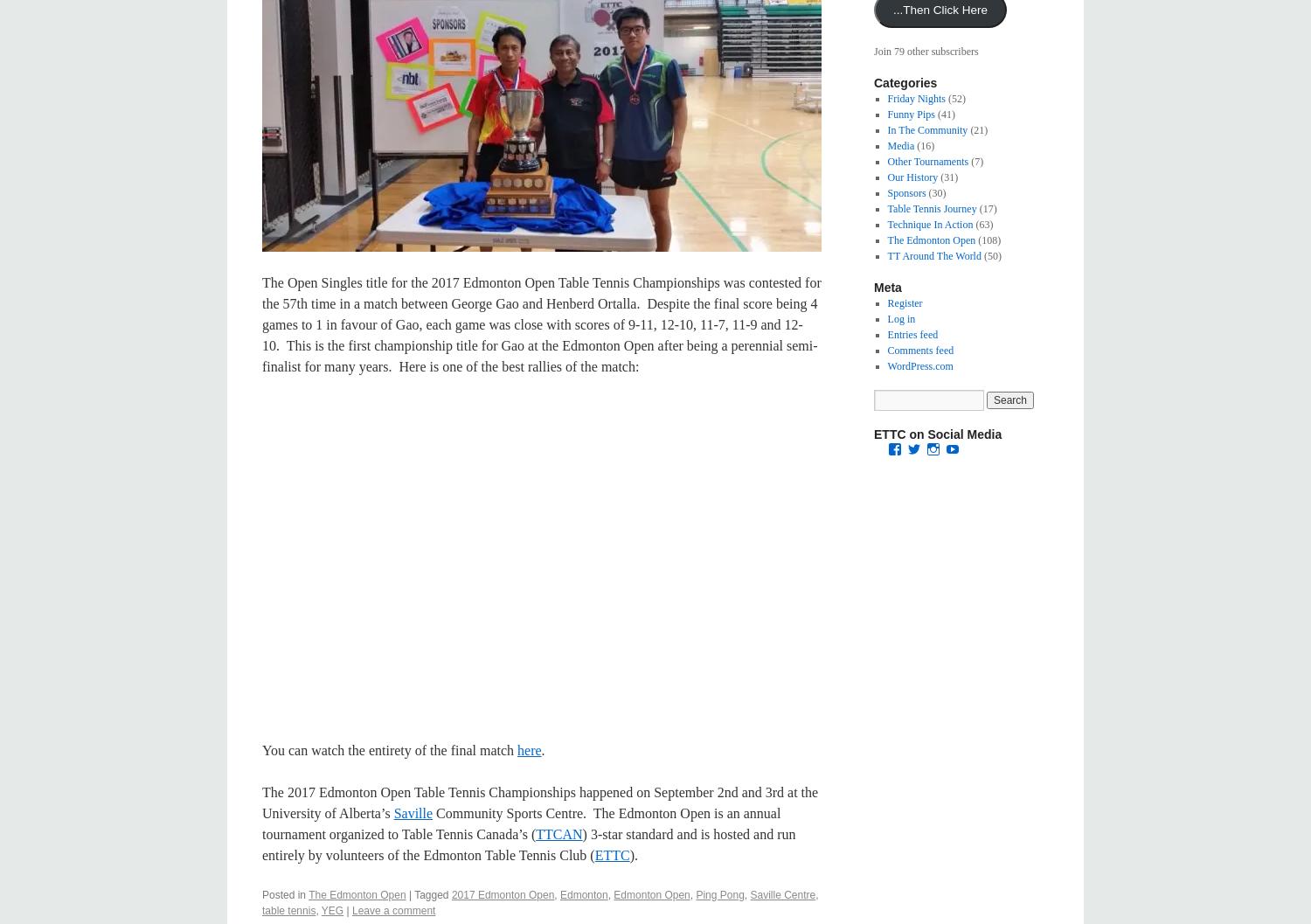  I want to click on '(63)', so click(982, 223).